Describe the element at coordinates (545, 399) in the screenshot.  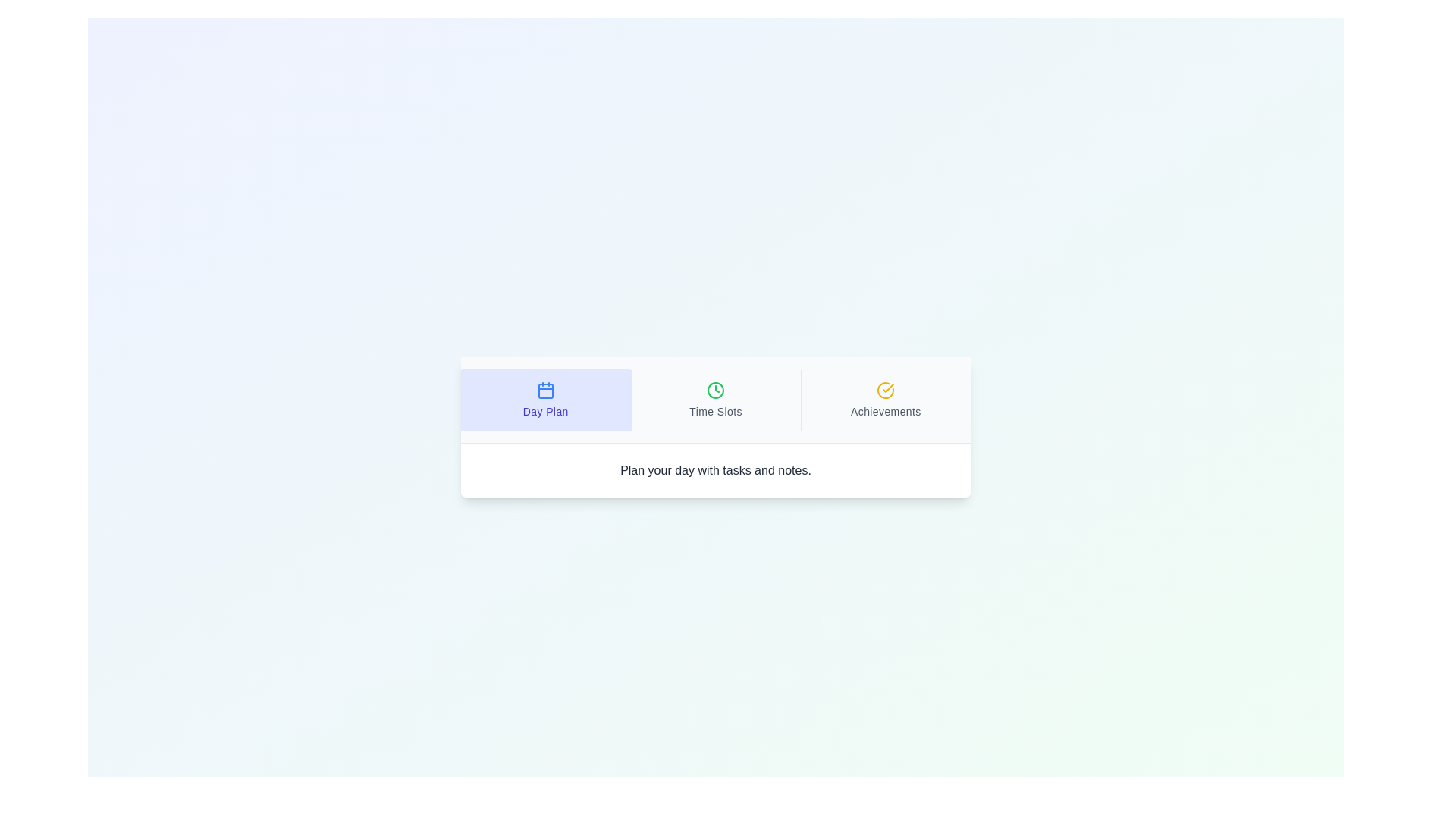
I see `the tab labeled Day Plan to observe visual changes` at that location.